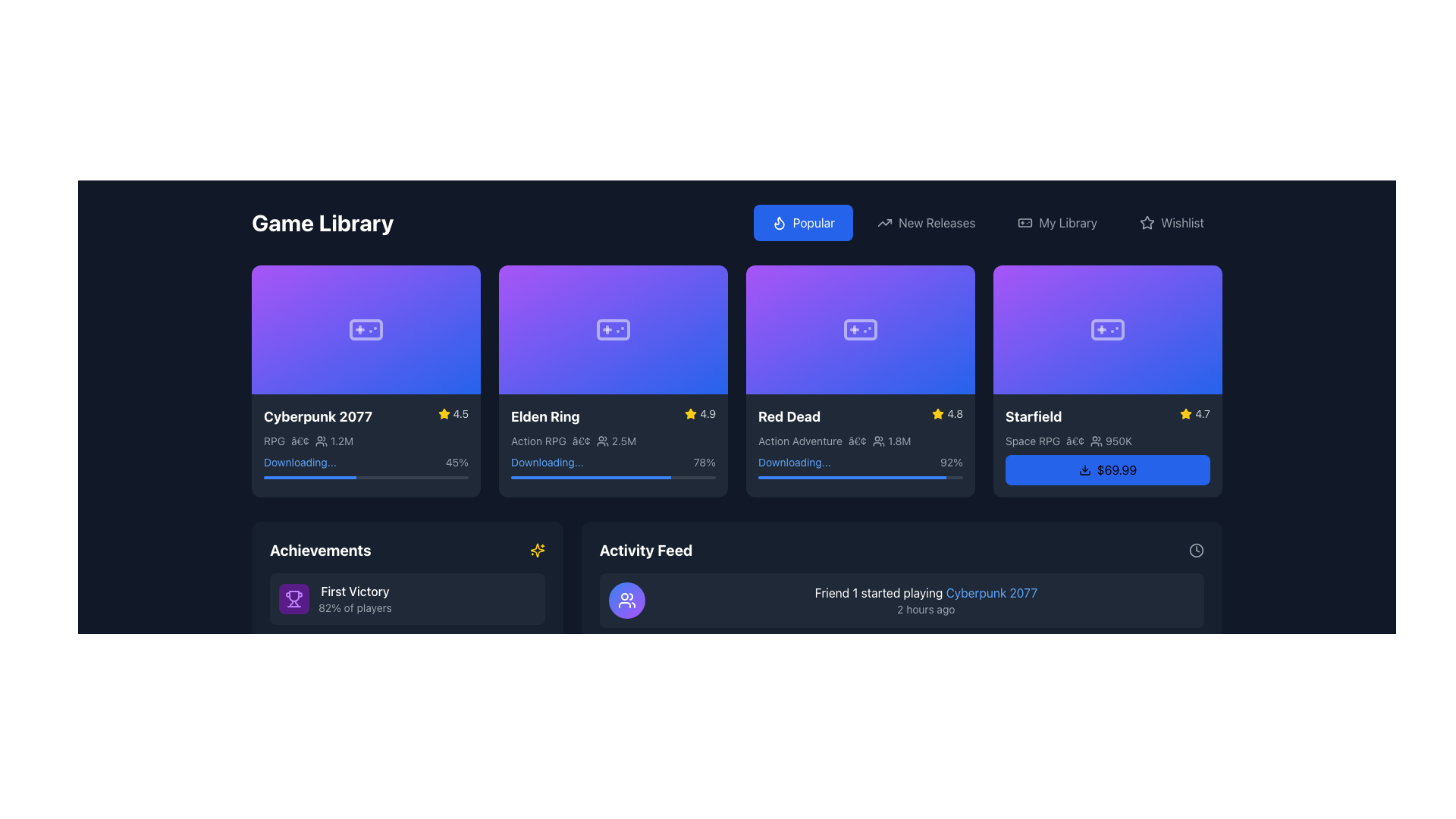 This screenshot has height=819, width=1456. What do you see at coordinates (1107, 328) in the screenshot?
I see `the image placeholder in the 'Starfield' game card, which has a gradient background from purple to blue and a white gamepad icon in the center` at bounding box center [1107, 328].